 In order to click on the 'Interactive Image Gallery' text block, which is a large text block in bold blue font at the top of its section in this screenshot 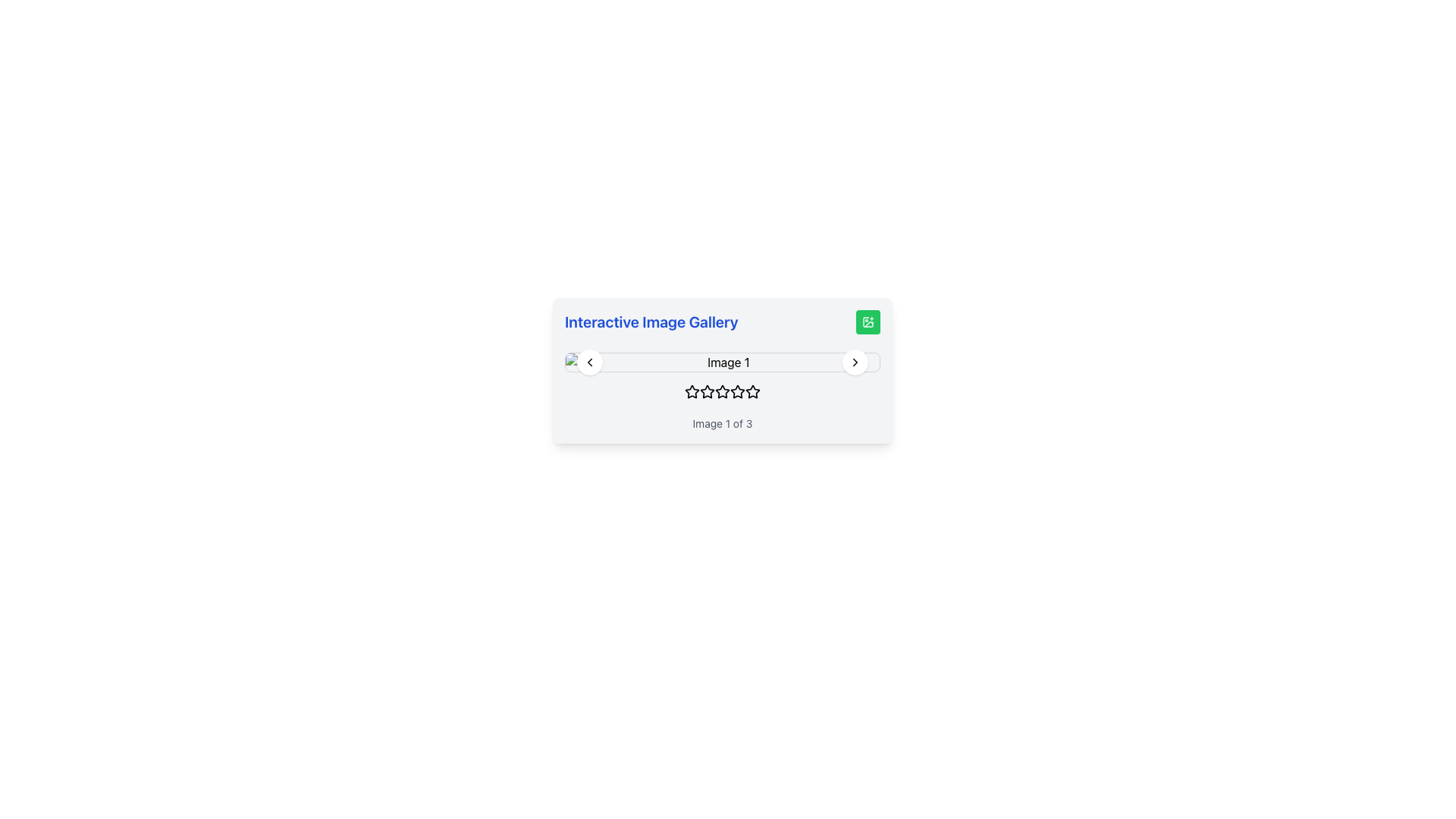, I will do `click(722, 321)`.